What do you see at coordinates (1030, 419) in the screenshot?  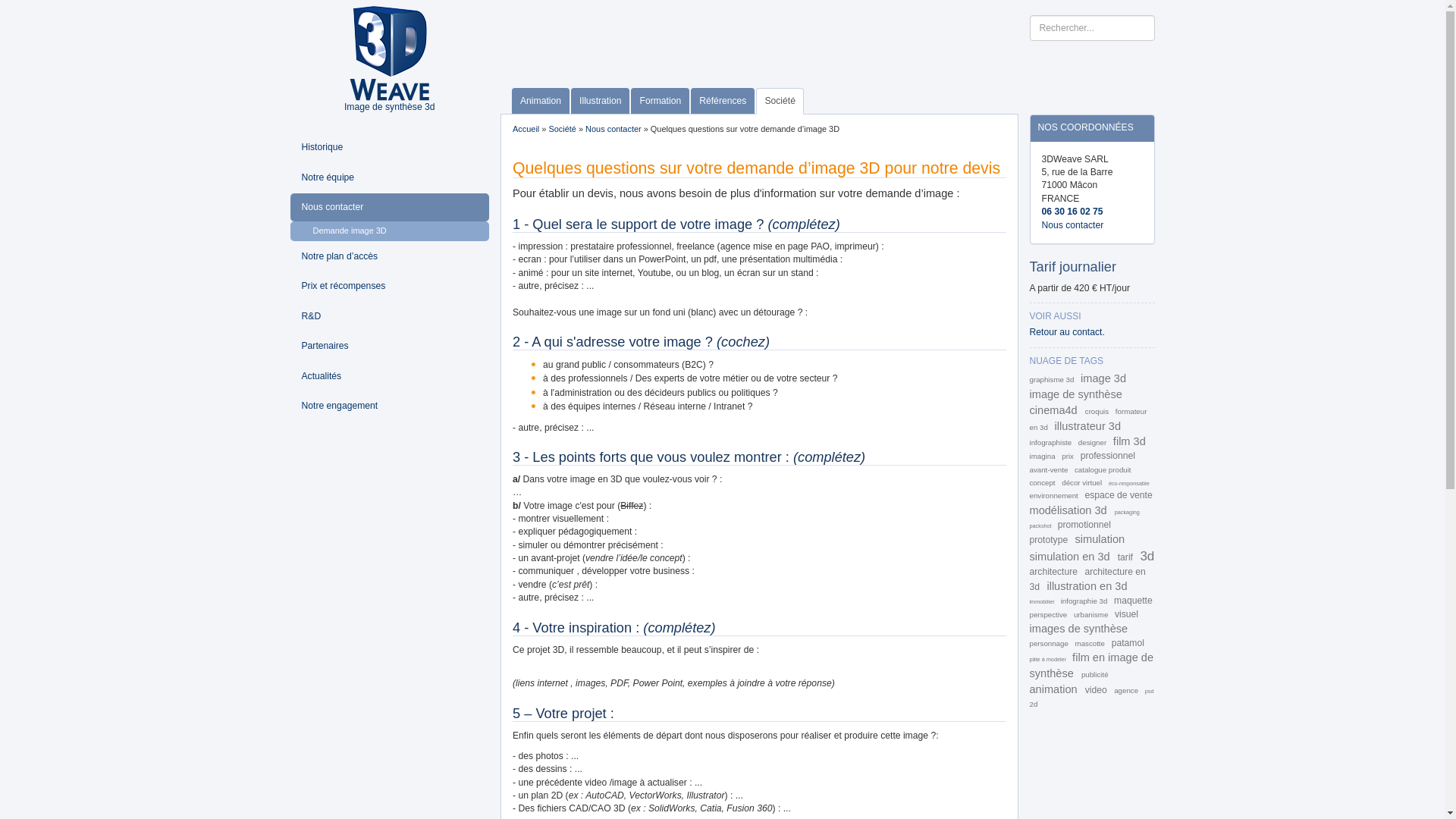 I see `'formateur en 3d'` at bounding box center [1030, 419].